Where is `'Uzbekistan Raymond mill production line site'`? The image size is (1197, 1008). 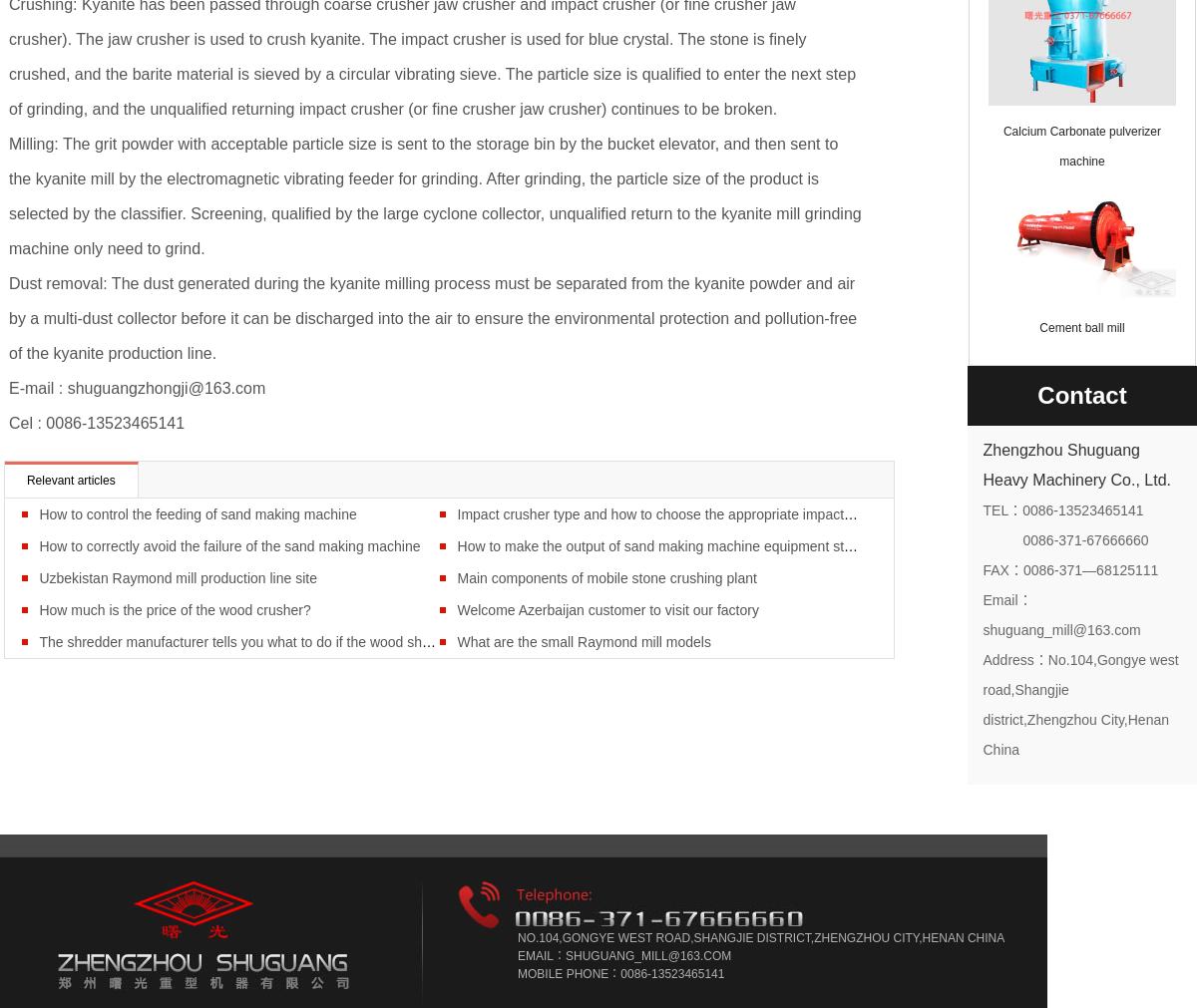 'Uzbekistan Raymond mill production line site' is located at coordinates (176, 576).